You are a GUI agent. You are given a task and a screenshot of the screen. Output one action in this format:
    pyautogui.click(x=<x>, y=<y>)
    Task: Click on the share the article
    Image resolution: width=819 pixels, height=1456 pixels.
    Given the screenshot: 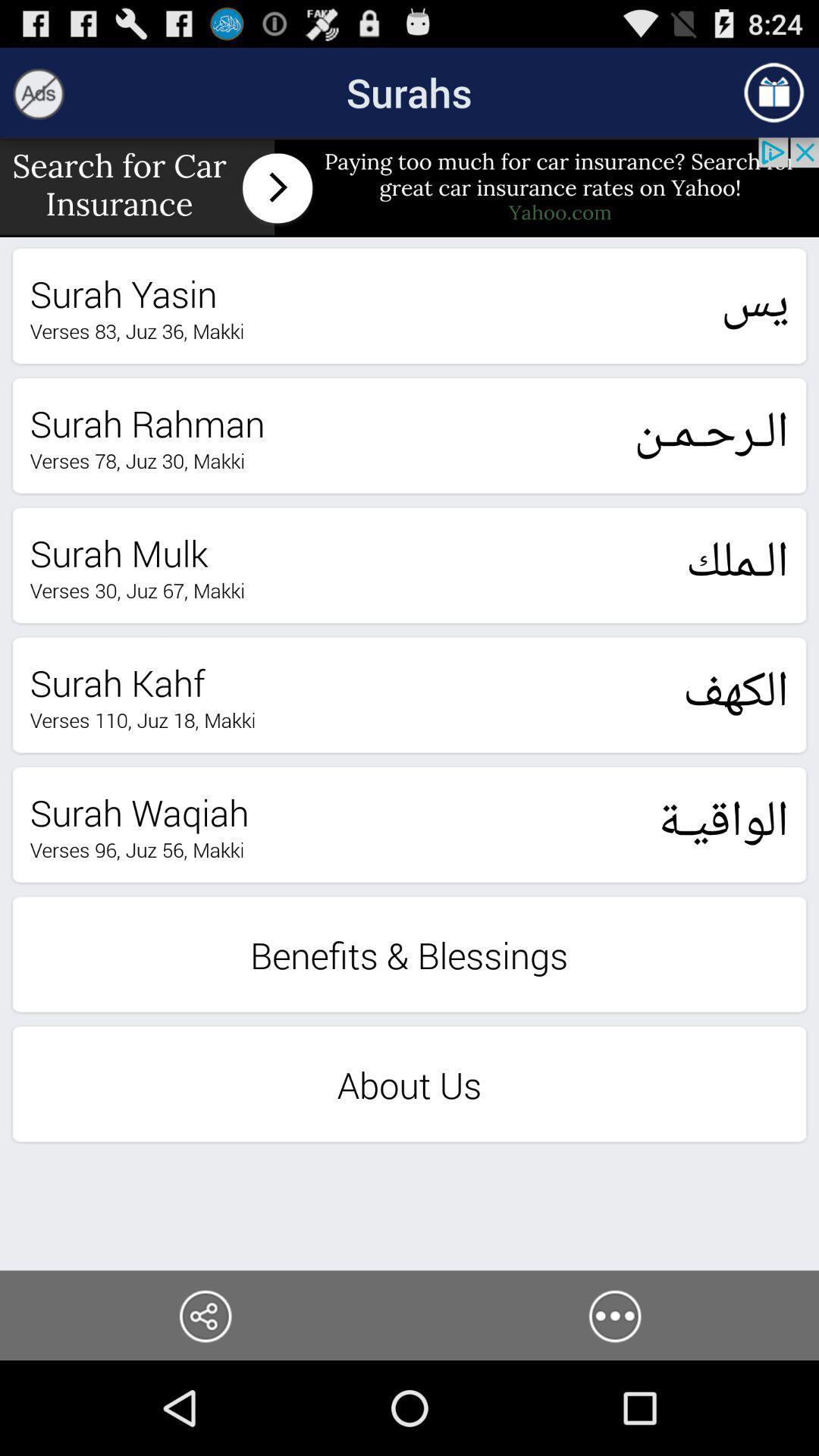 What is the action you would take?
    pyautogui.click(x=205, y=1314)
    